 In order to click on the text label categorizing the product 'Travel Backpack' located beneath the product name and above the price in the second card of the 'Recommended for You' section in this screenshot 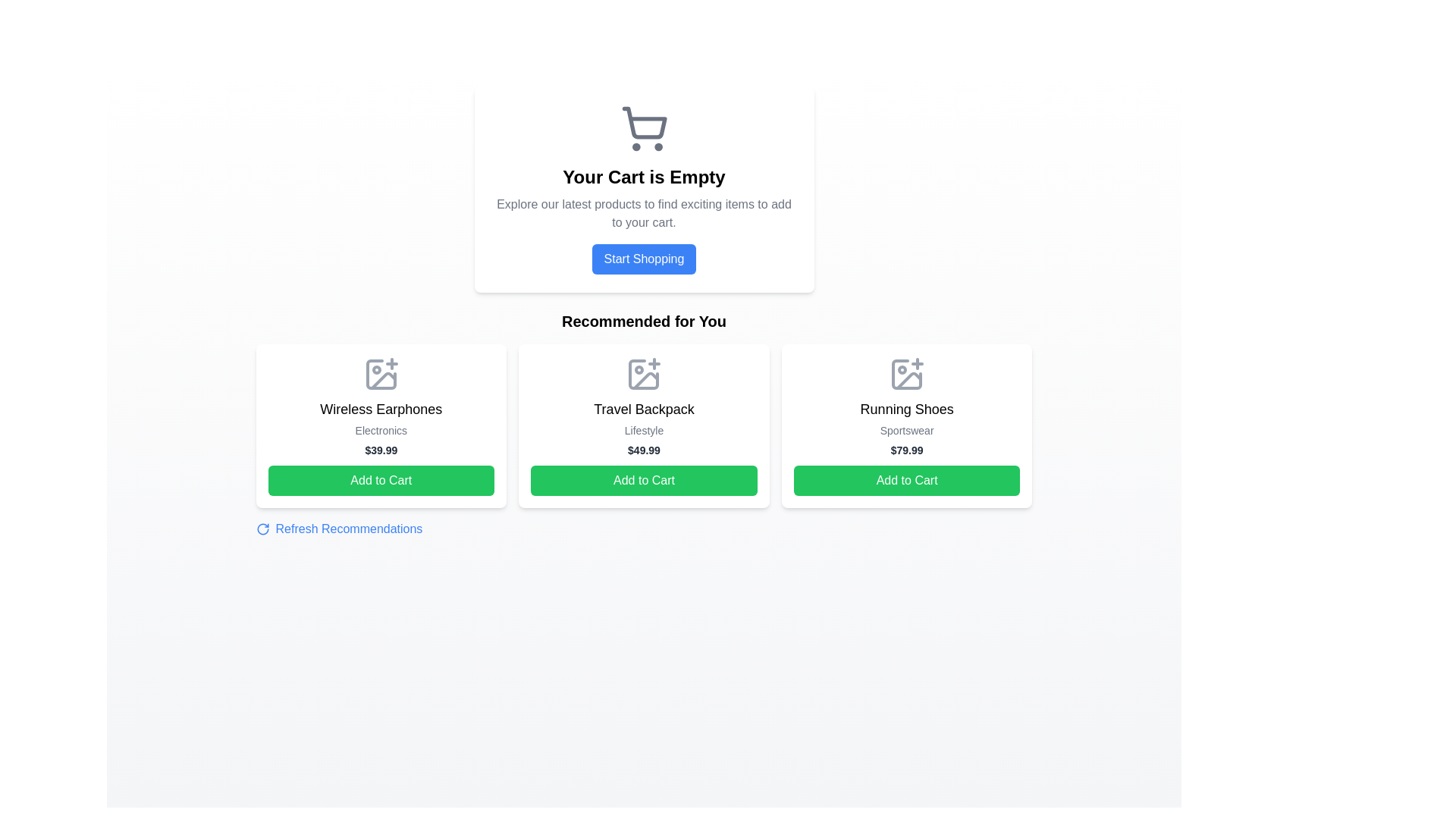, I will do `click(644, 430)`.